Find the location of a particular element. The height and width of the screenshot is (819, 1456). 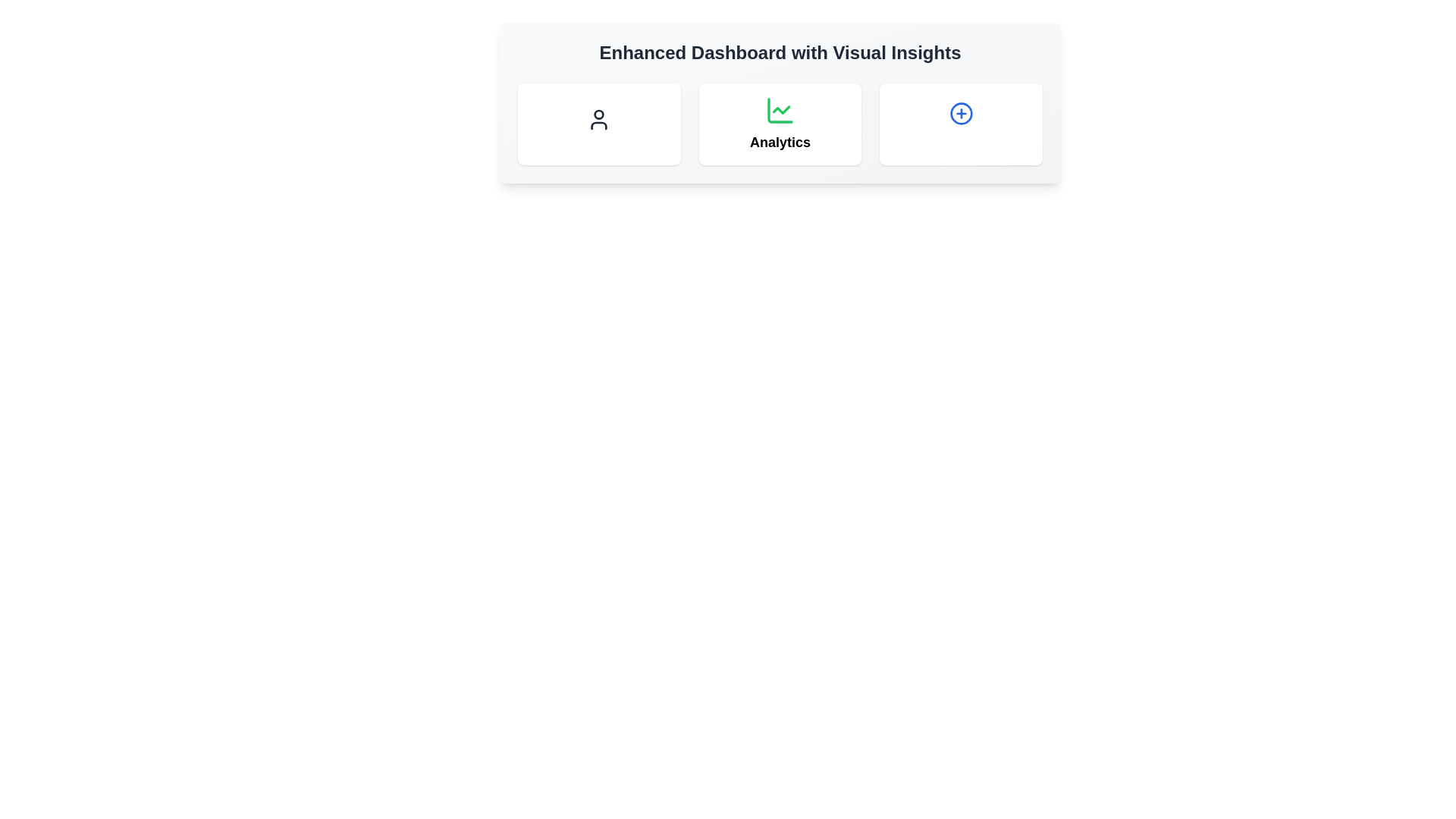

the Header text or title located at the top center of the dashboard, above the cards labeled 'Access Profile Settings,' 'Analytics,' and 'Add New Item.' is located at coordinates (780, 52).